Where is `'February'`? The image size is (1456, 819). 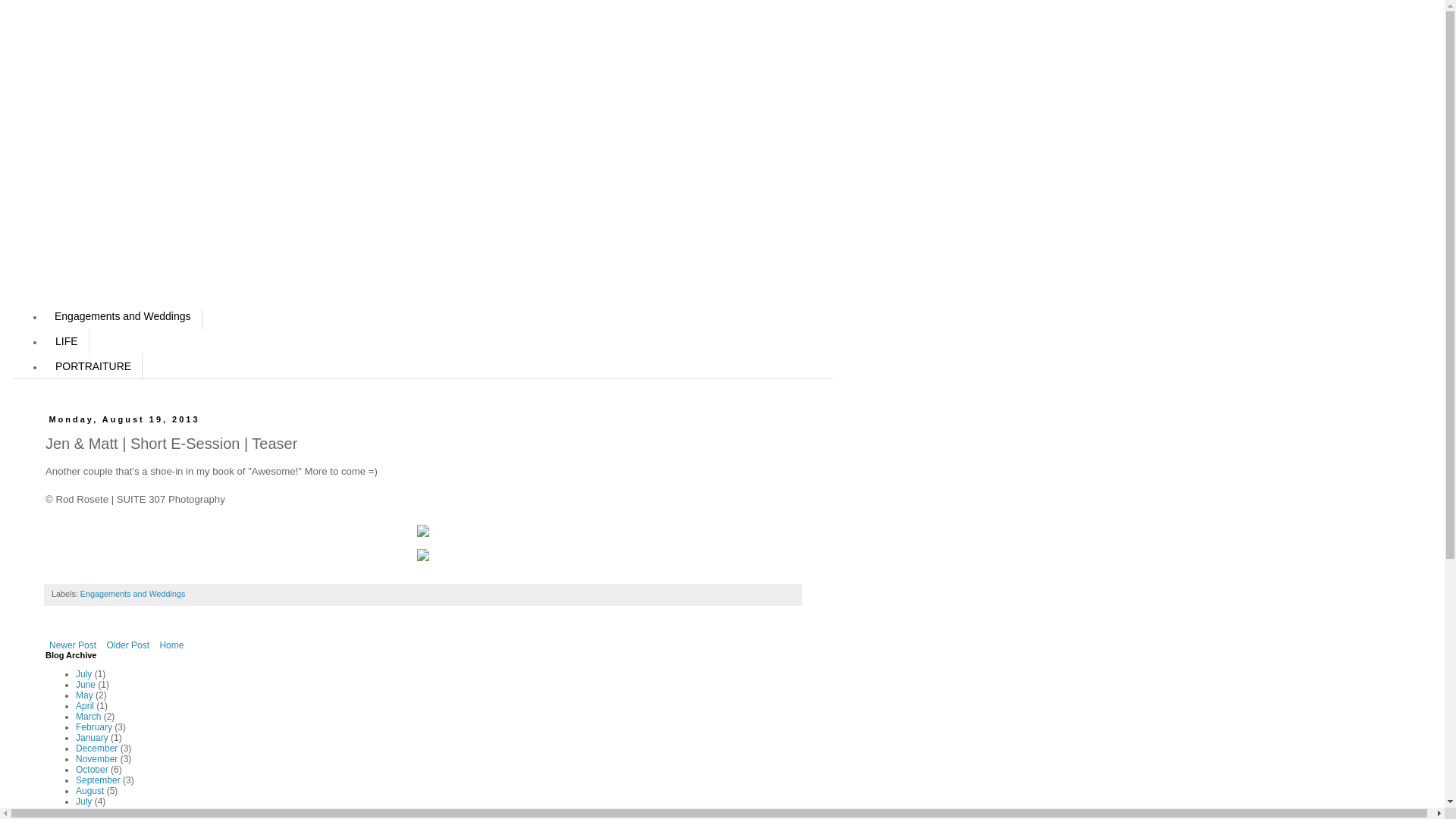
'February' is located at coordinates (75, 726).